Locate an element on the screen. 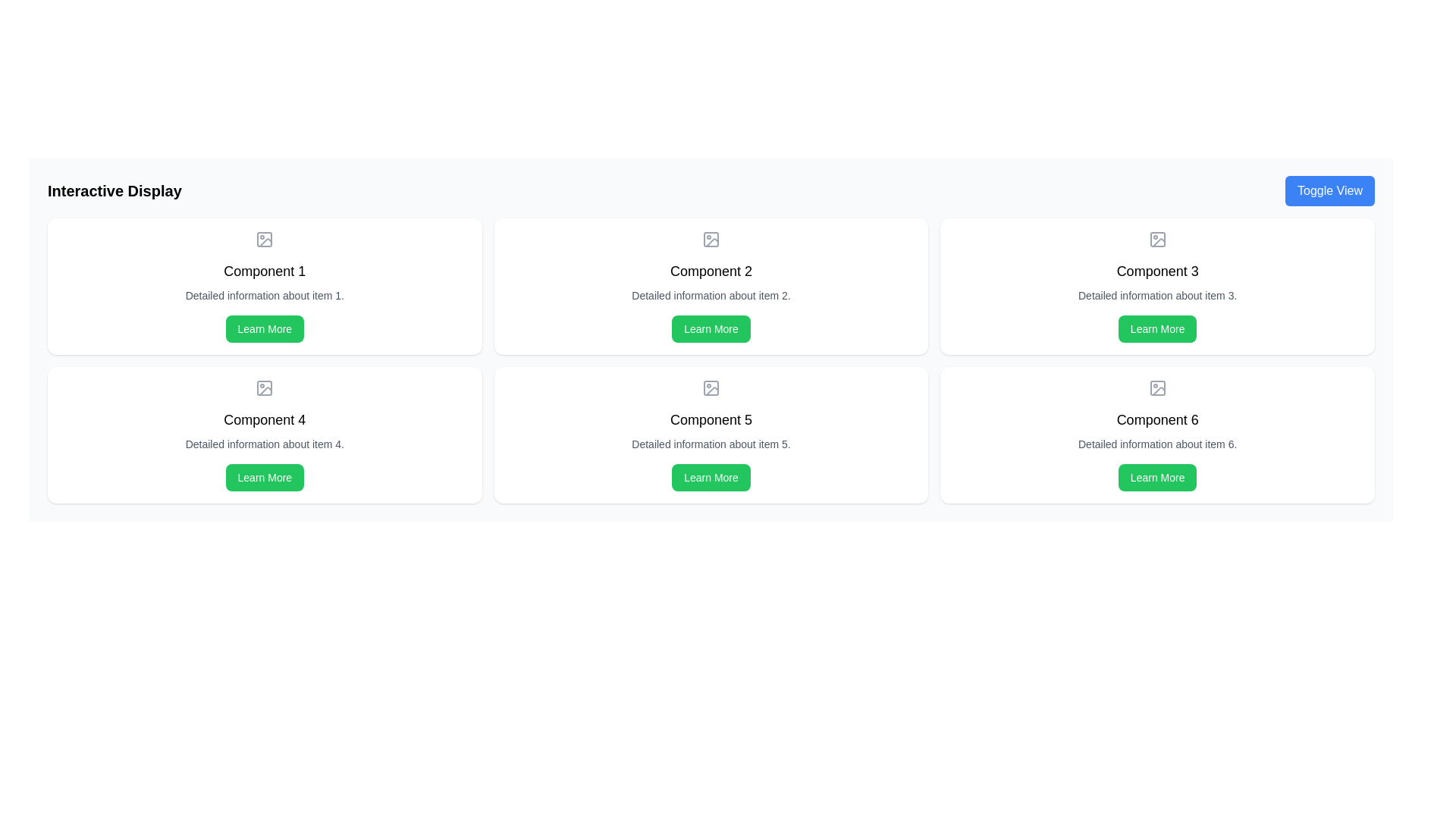 The width and height of the screenshot is (1456, 819). the icon resembling a picture frame with a small circular dot, located at the top center of the component card labeled 'Component 6' is located at coordinates (1156, 388).